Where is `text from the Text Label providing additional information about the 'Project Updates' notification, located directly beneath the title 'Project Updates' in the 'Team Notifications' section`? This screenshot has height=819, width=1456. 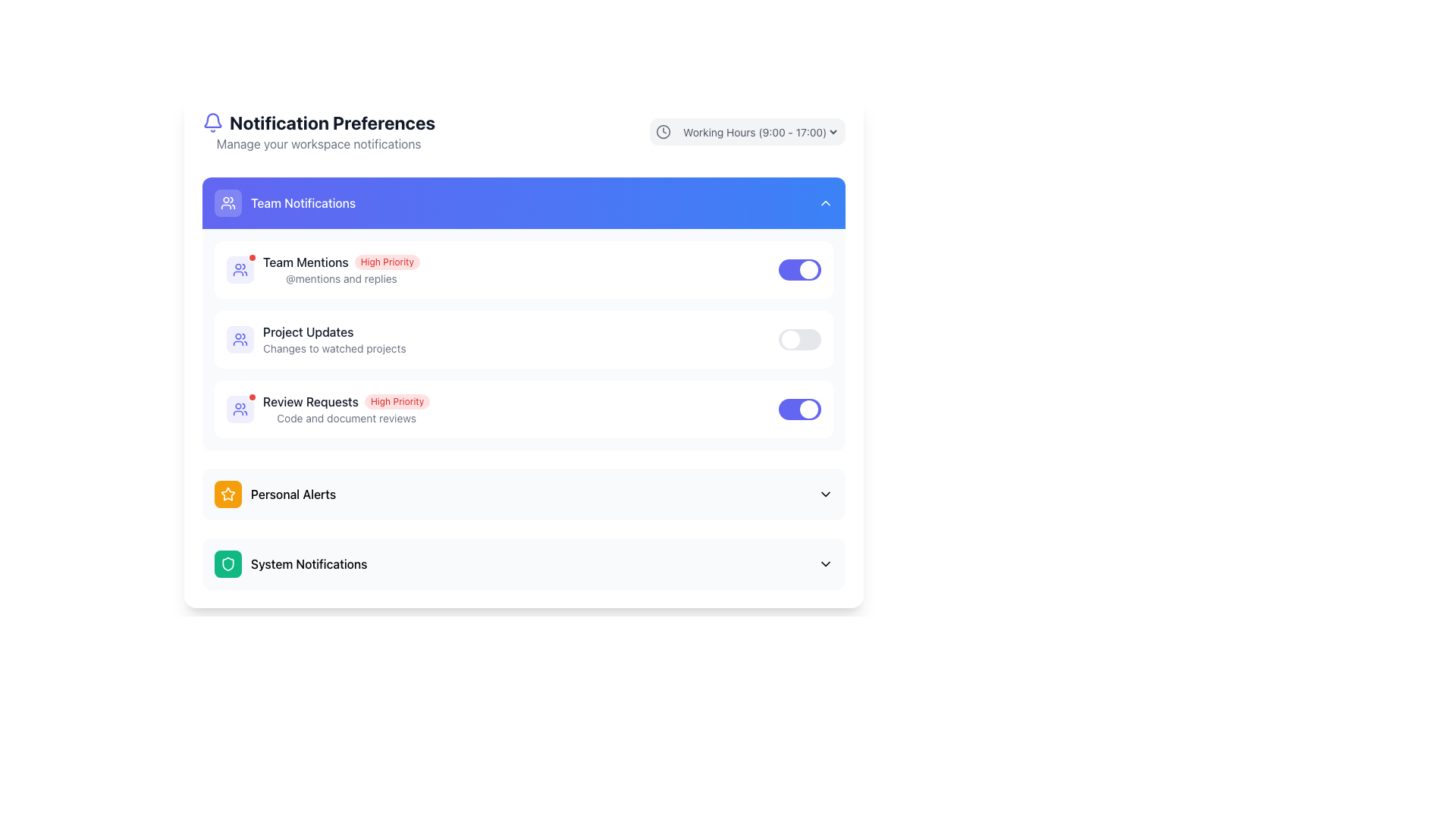 text from the Text Label providing additional information about the 'Project Updates' notification, located directly beneath the title 'Project Updates' in the 'Team Notifications' section is located at coordinates (334, 348).